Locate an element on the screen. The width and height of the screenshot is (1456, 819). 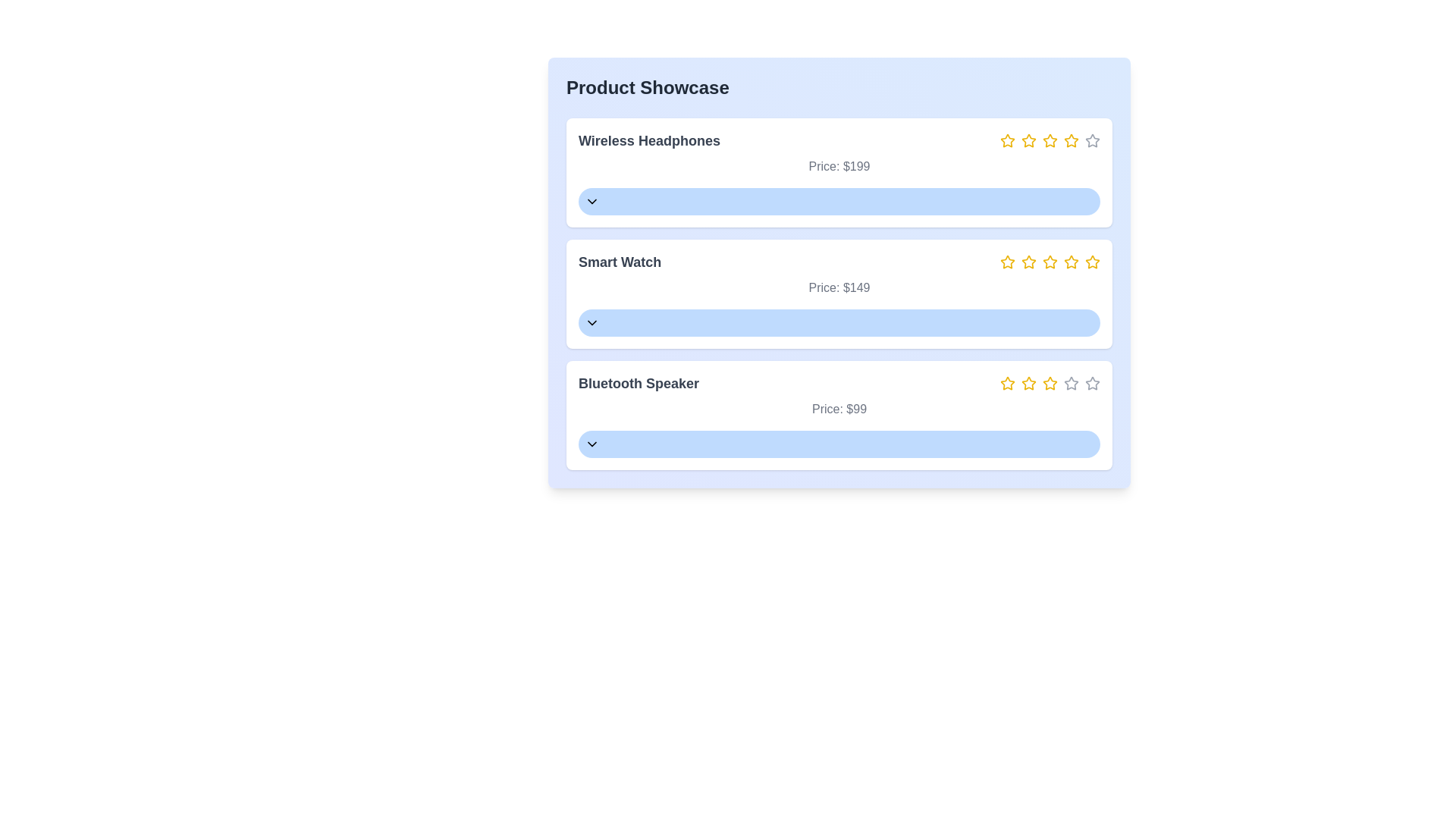
the first star icon for rating in the rating row of the 'Wireless Headphones' product is located at coordinates (1008, 140).